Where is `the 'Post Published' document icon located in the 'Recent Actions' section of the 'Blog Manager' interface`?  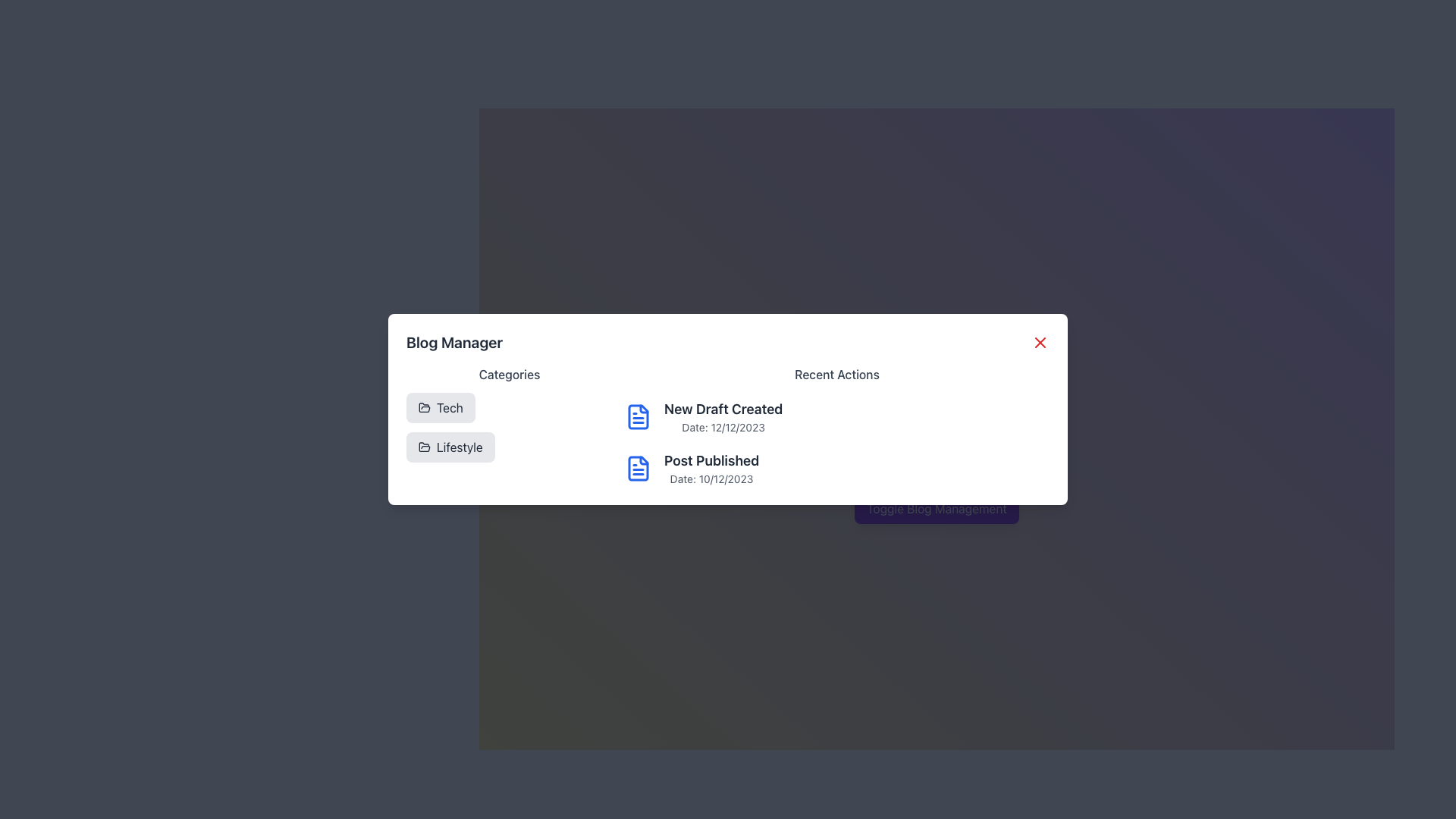
the 'Post Published' document icon located in the 'Recent Actions' section of the 'Blog Manager' interface is located at coordinates (638, 467).